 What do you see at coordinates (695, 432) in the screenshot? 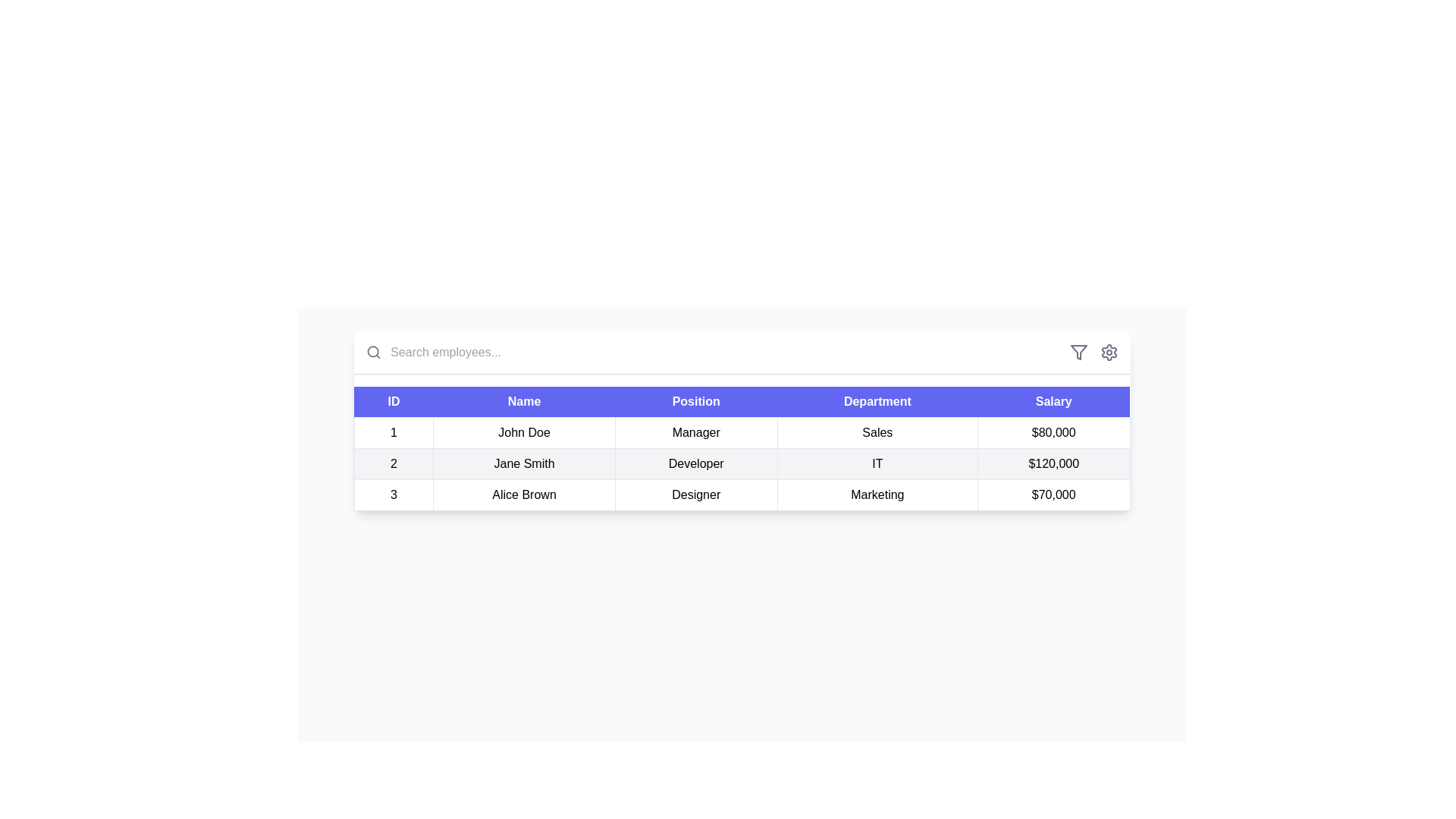
I see `text from the third cell in the first row of the table, which represents the job position of the individual named in the same row (to the right of 'John Doe' and to the left of 'Sales')` at bounding box center [695, 432].